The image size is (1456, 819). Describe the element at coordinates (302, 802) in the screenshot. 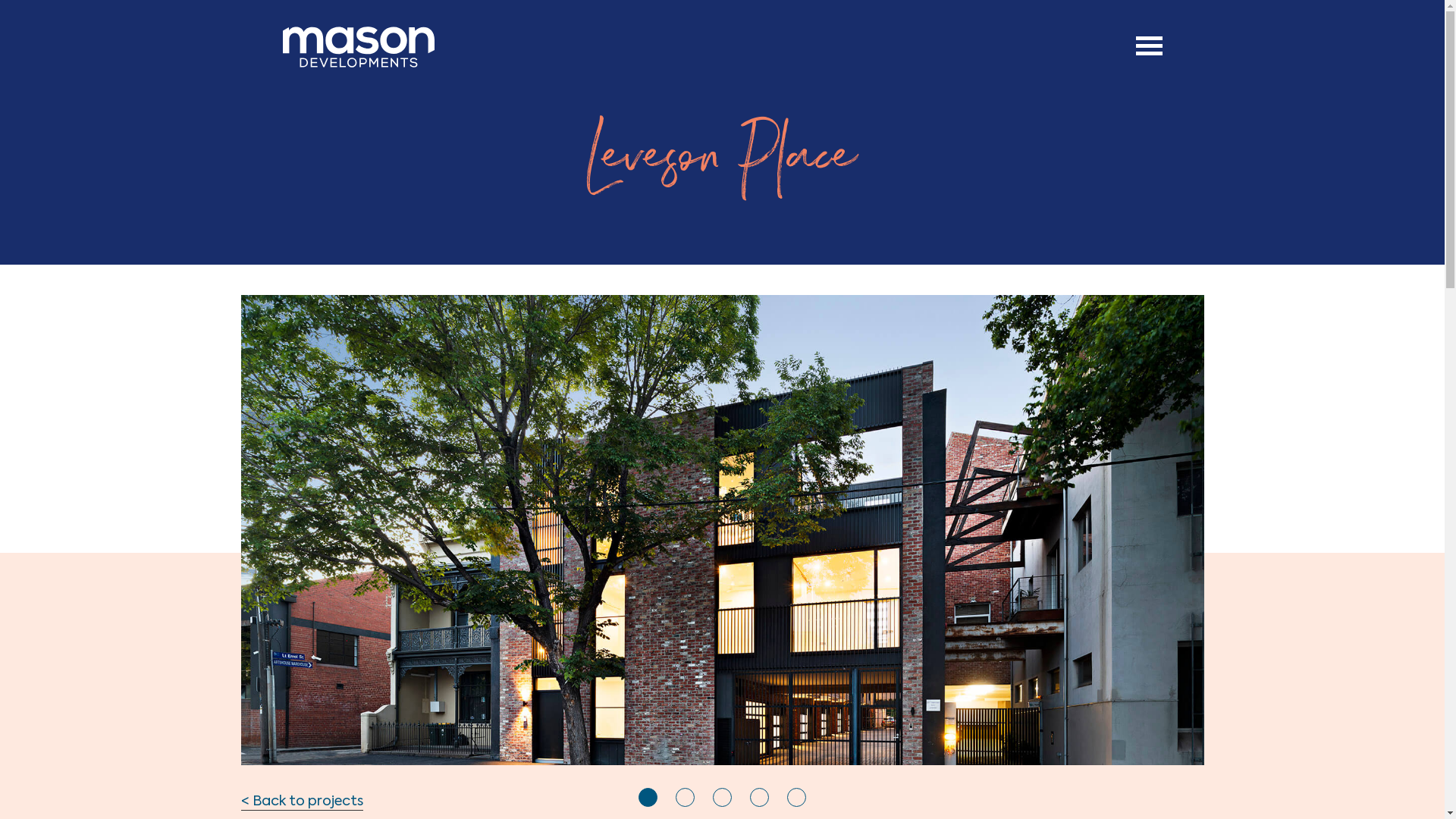

I see `'< Back to projects'` at that location.